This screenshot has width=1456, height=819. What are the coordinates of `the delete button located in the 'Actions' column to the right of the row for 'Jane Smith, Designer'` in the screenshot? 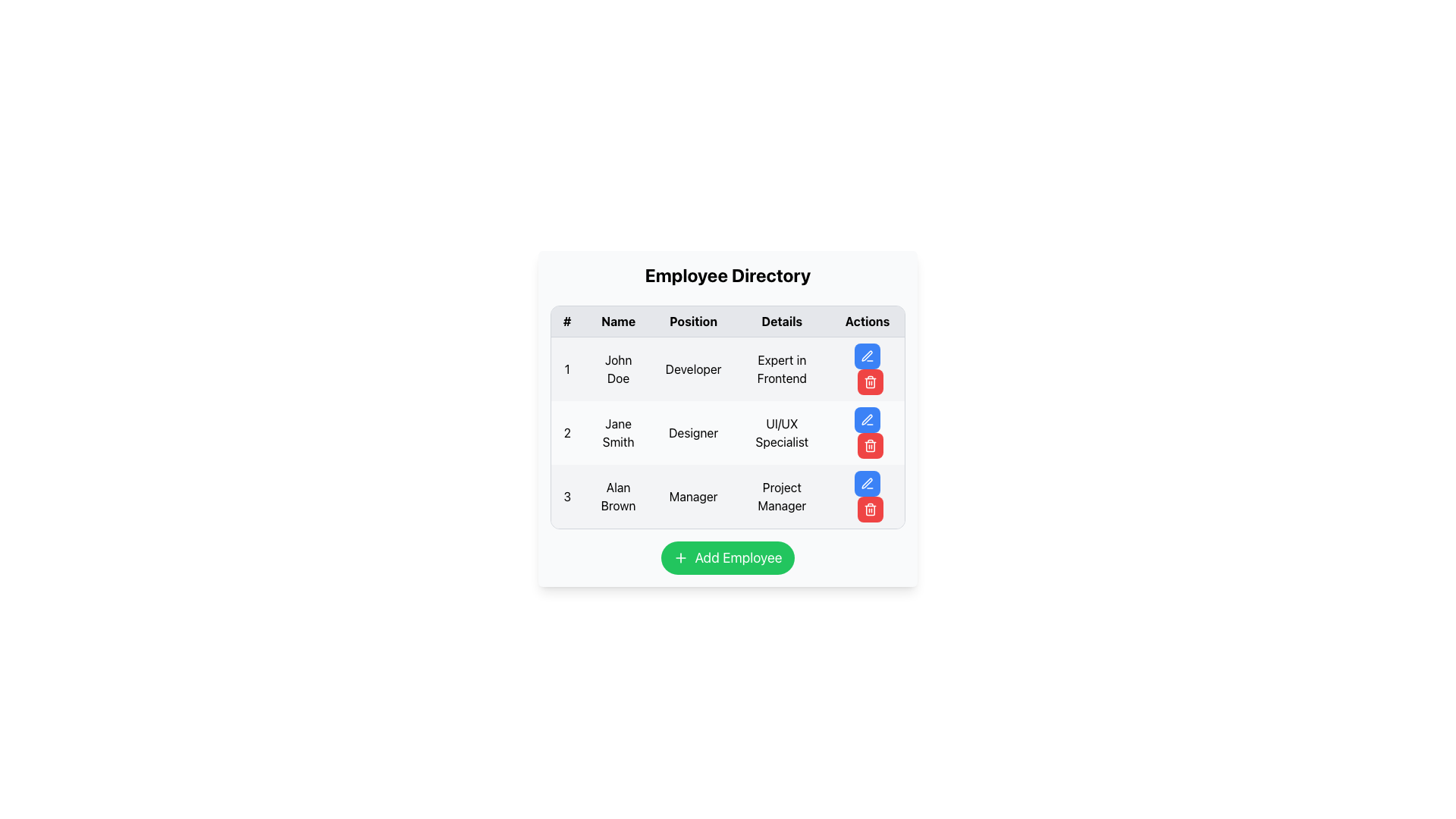 It's located at (870, 444).